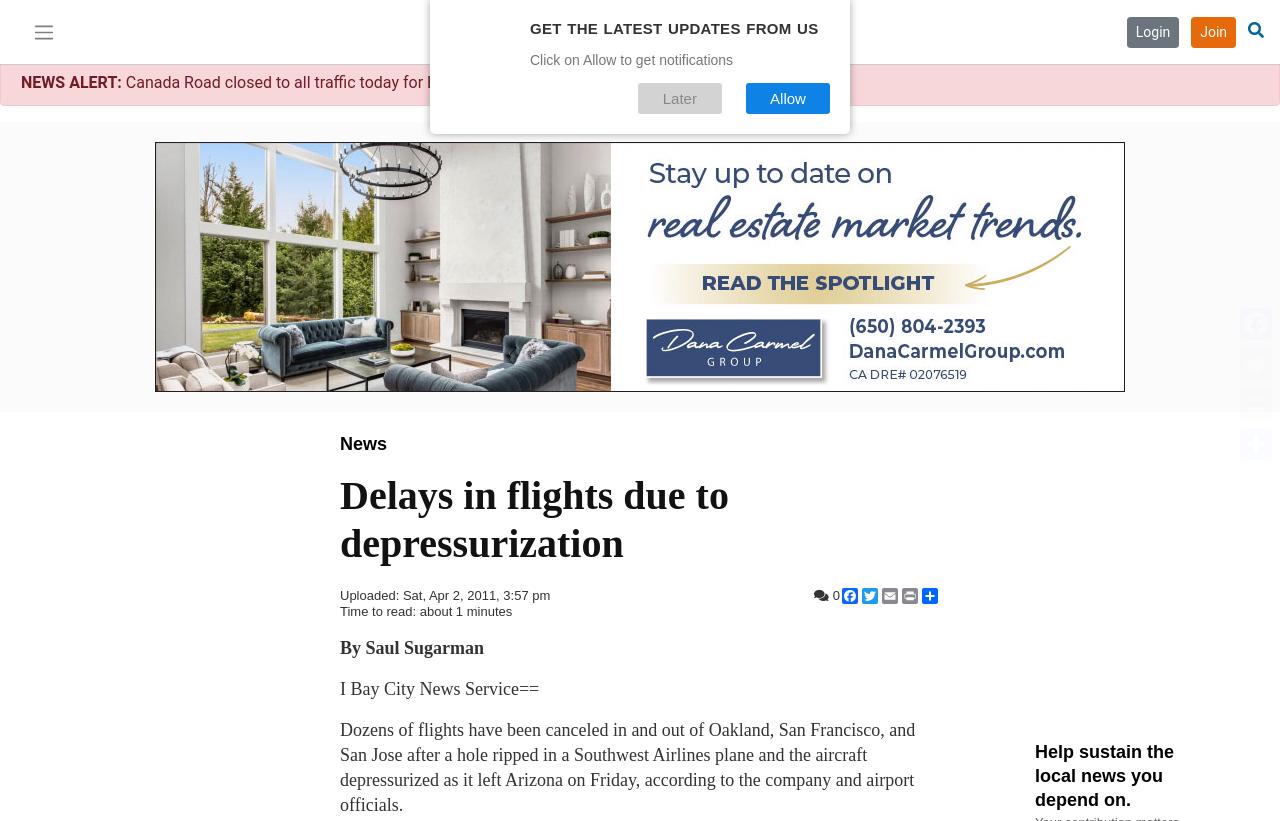  Describe the element at coordinates (534, 519) in the screenshot. I see `'Delays in flights due to depressurization'` at that location.